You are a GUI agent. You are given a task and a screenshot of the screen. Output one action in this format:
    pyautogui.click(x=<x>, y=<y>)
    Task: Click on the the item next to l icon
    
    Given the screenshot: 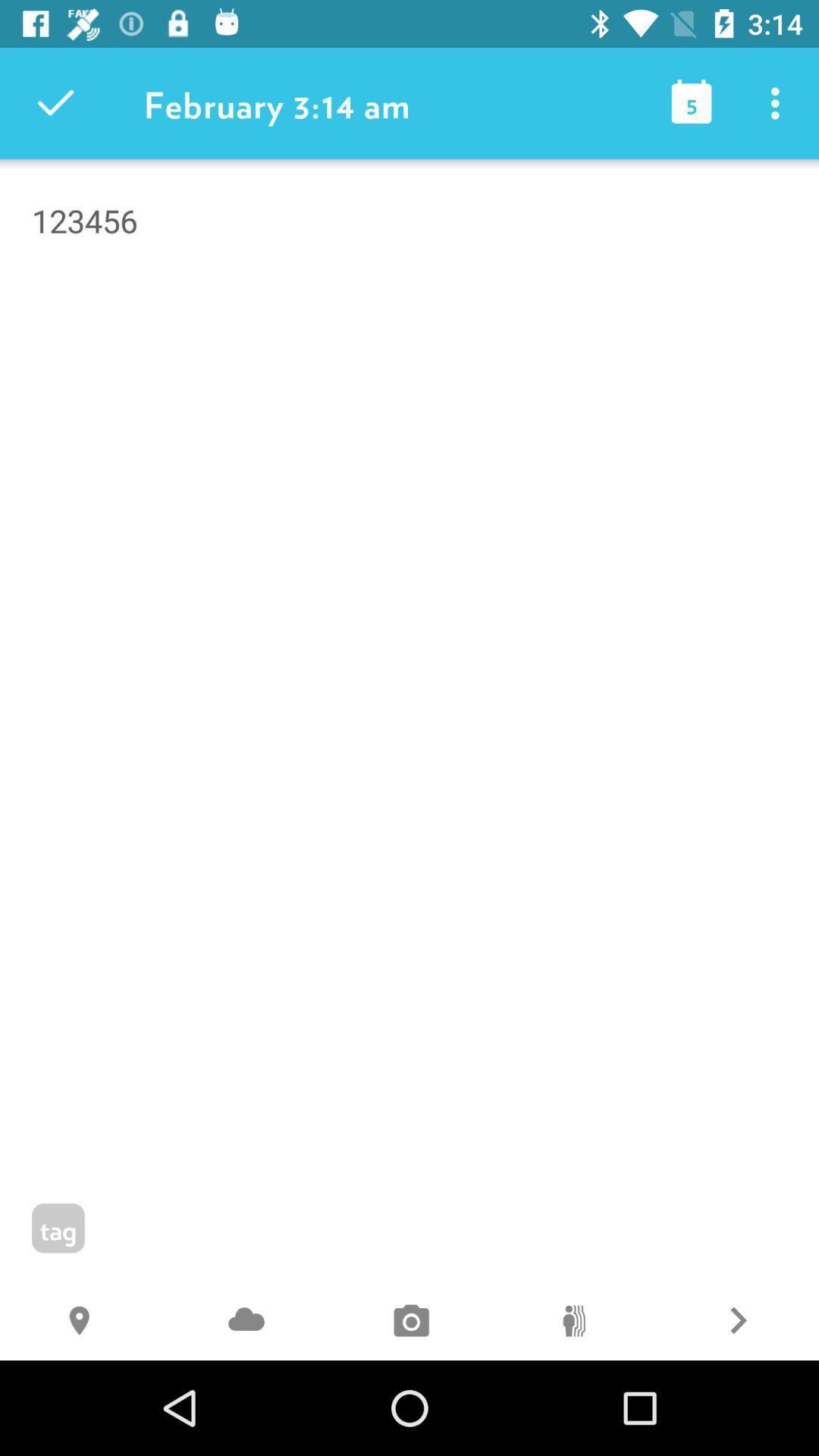 What is the action you would take?
    pyautogui.click(x=245, y=1322)
    